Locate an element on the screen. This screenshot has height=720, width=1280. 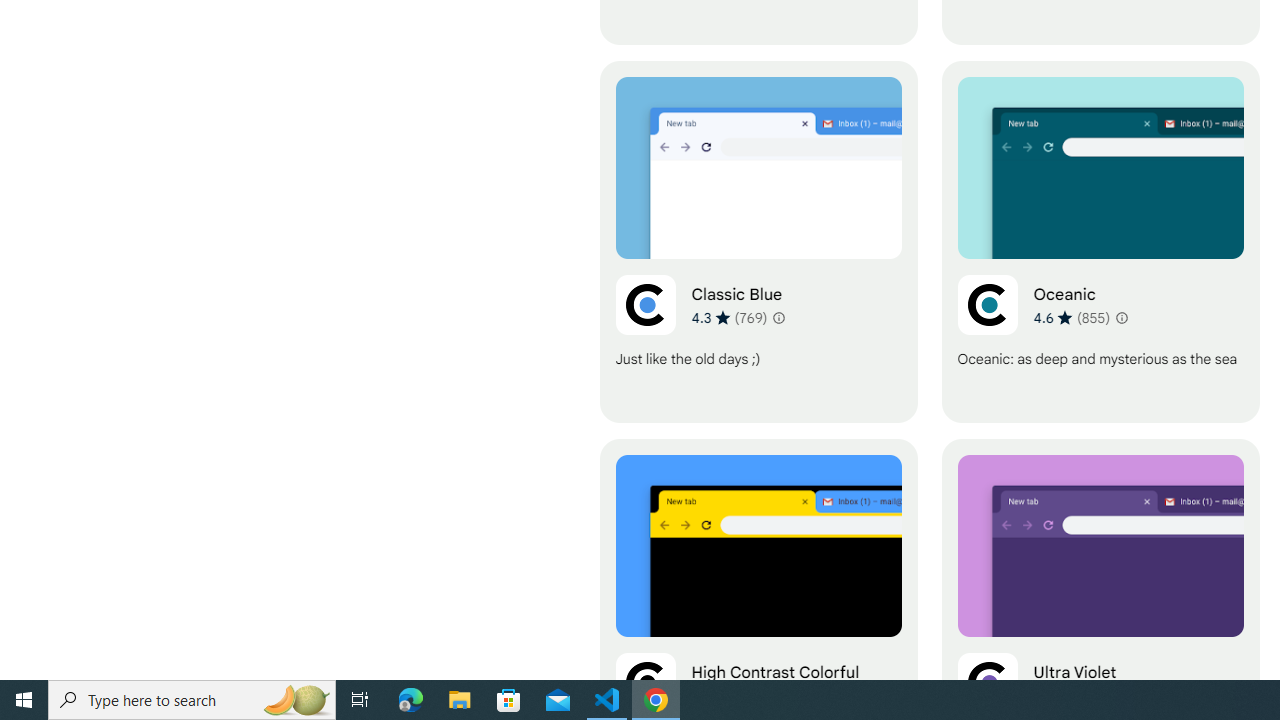
'Learn more about results and reviews "Oceanic"' is located at coordinates (1120, 316).